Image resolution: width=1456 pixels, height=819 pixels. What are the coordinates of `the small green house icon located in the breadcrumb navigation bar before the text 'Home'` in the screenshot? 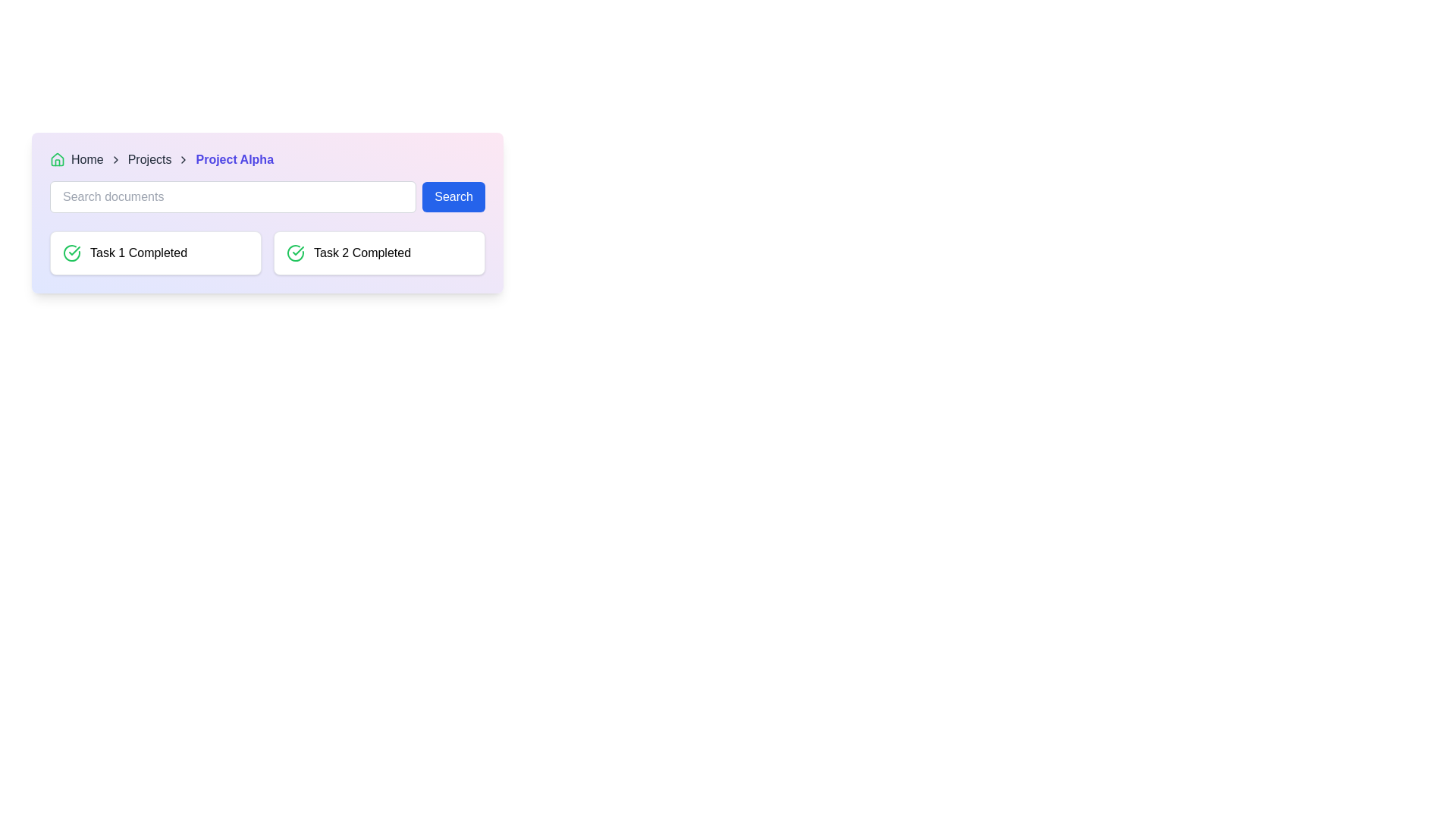 It's located at (58, 160).